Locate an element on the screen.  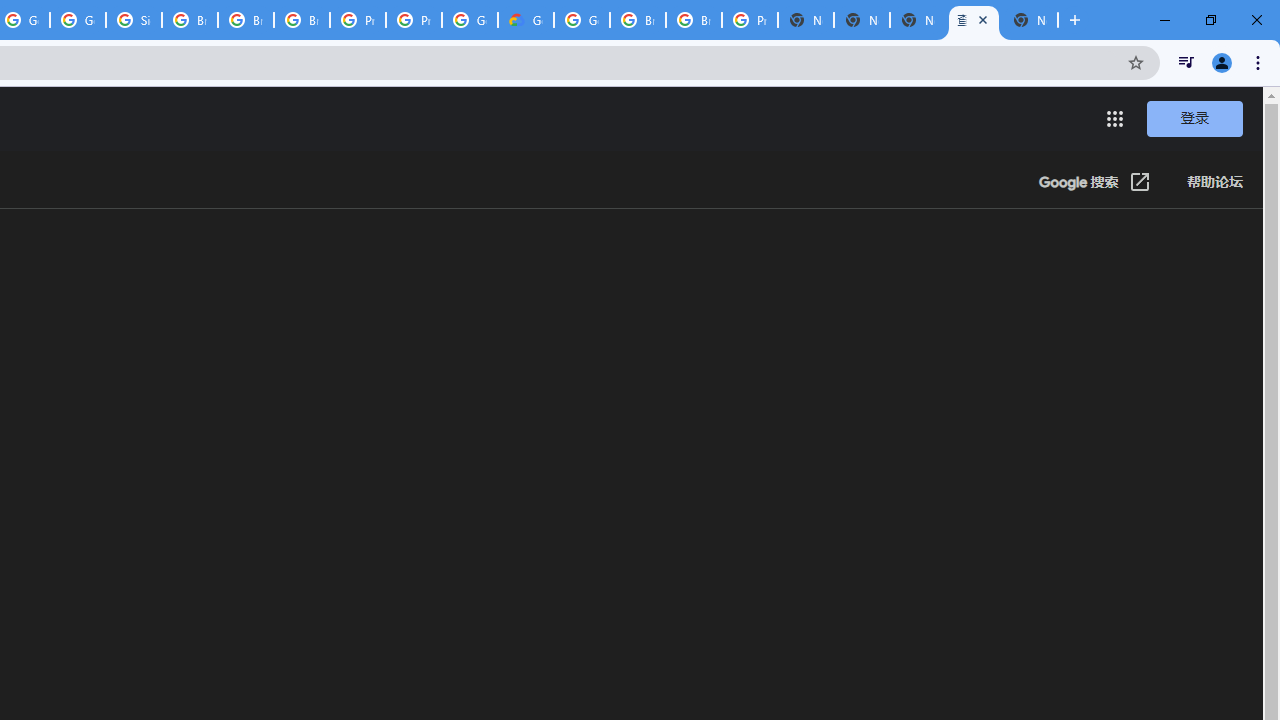
'Minimize' is located at coordinates (1165, 20).